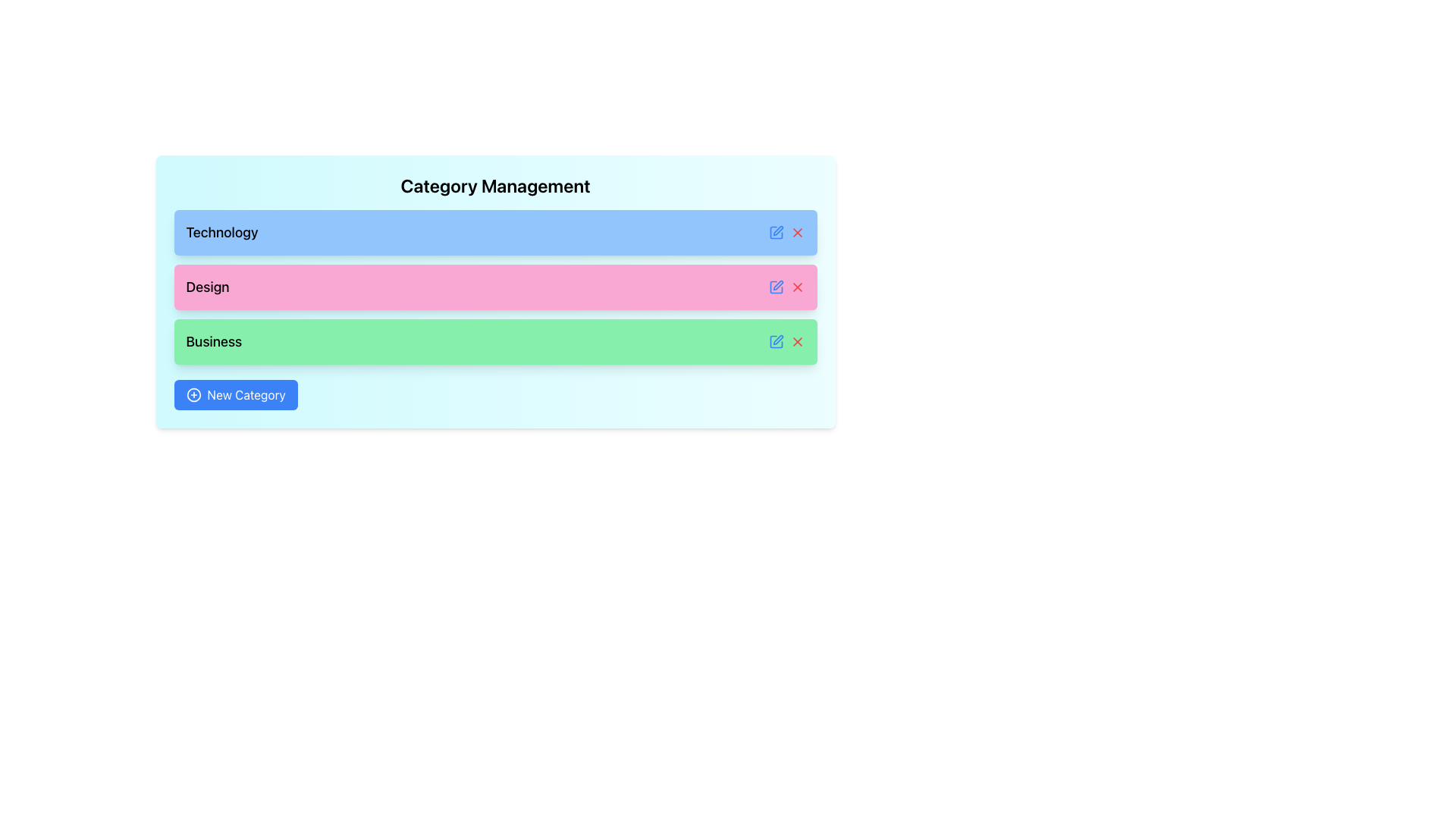 The height and width of the screenshot is (819, 1456). What do you see at coordinates (796, 287) in the screenshot?
I see `the second icon on the right side of the pink 'Design' category bar` at bounding box center [796, 287].